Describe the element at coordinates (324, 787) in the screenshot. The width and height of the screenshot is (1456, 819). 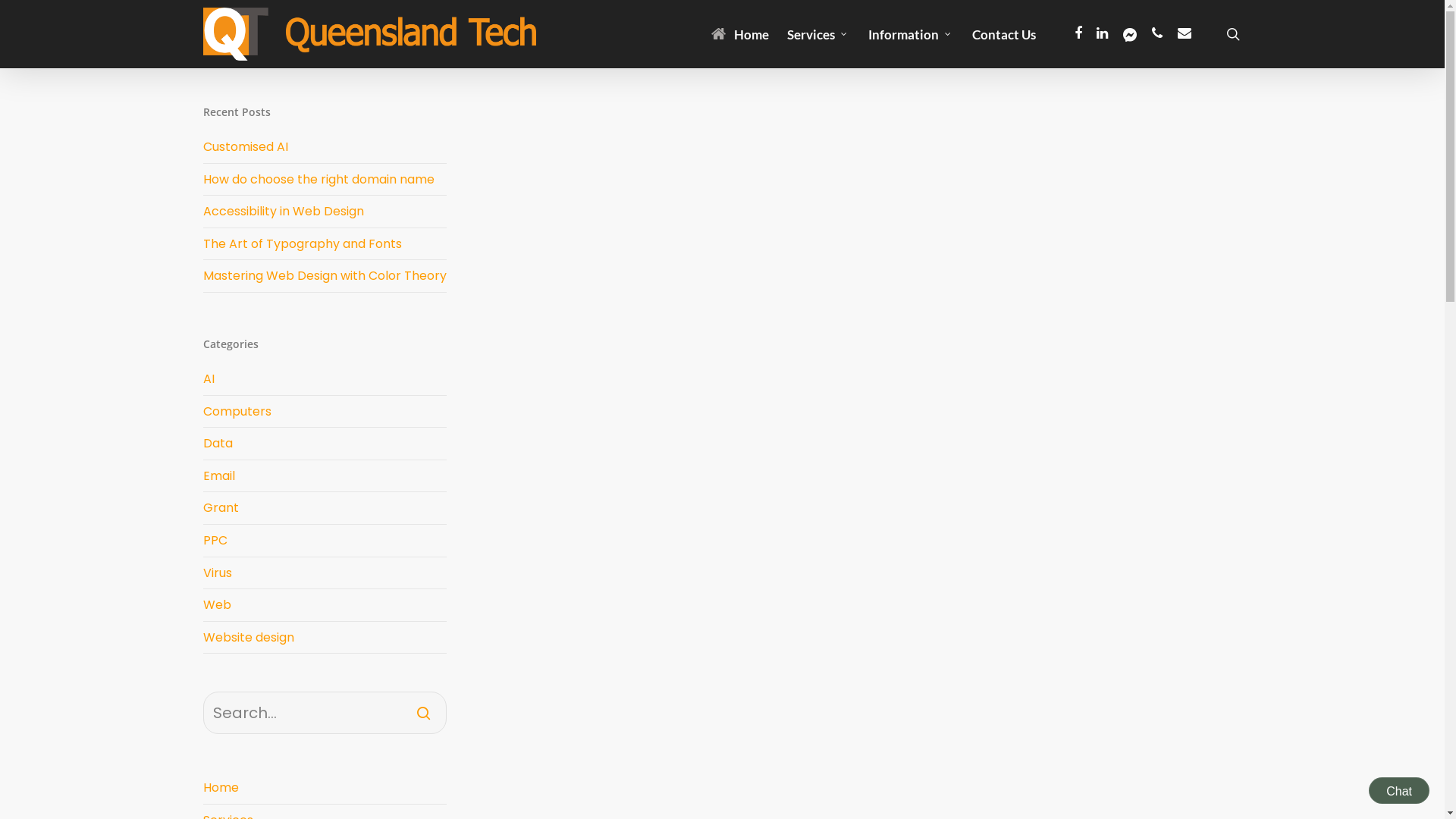
I see `'Home'` at that location.